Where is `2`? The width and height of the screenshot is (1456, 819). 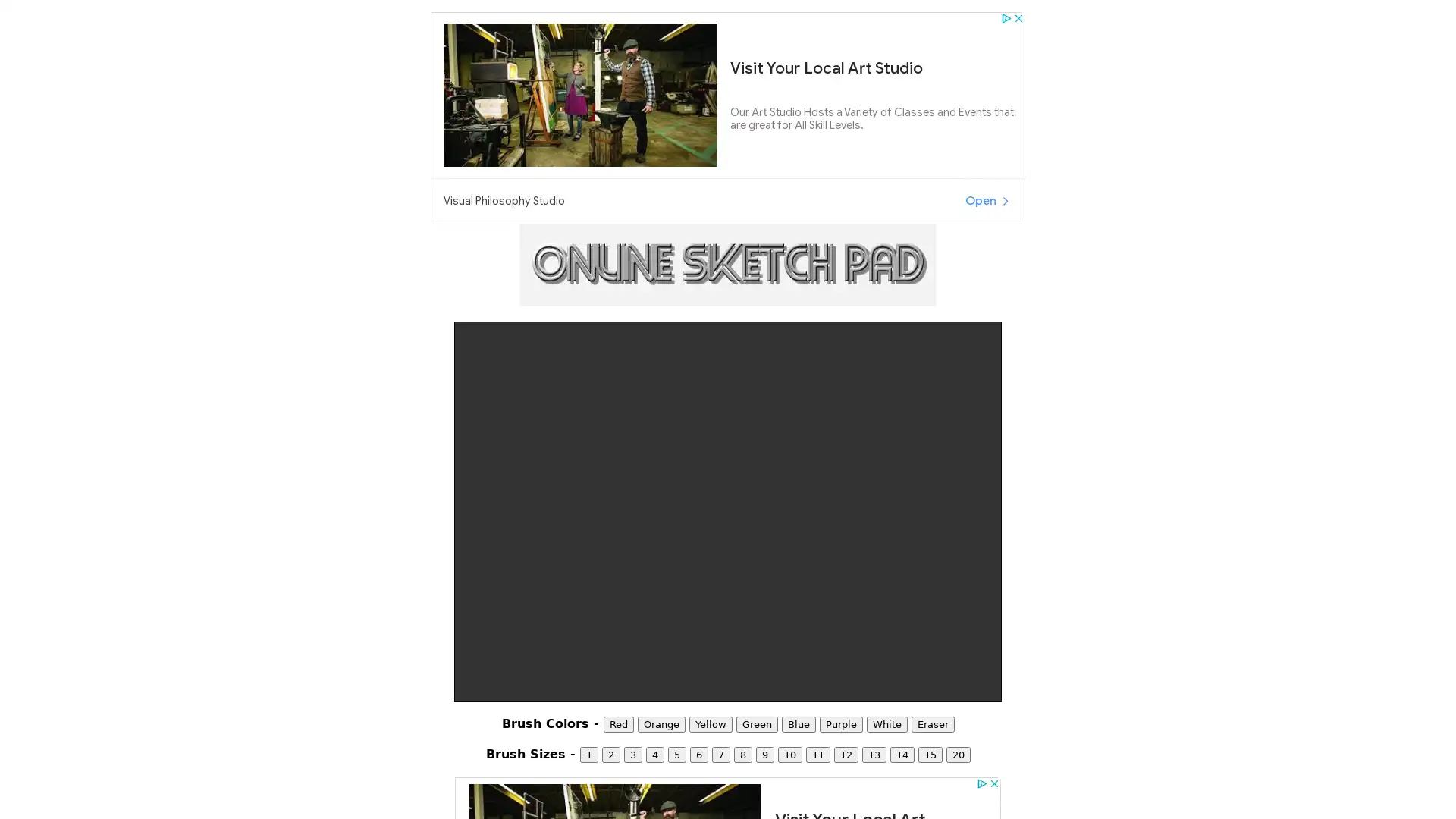 2 is located at coordinates (610, 755).